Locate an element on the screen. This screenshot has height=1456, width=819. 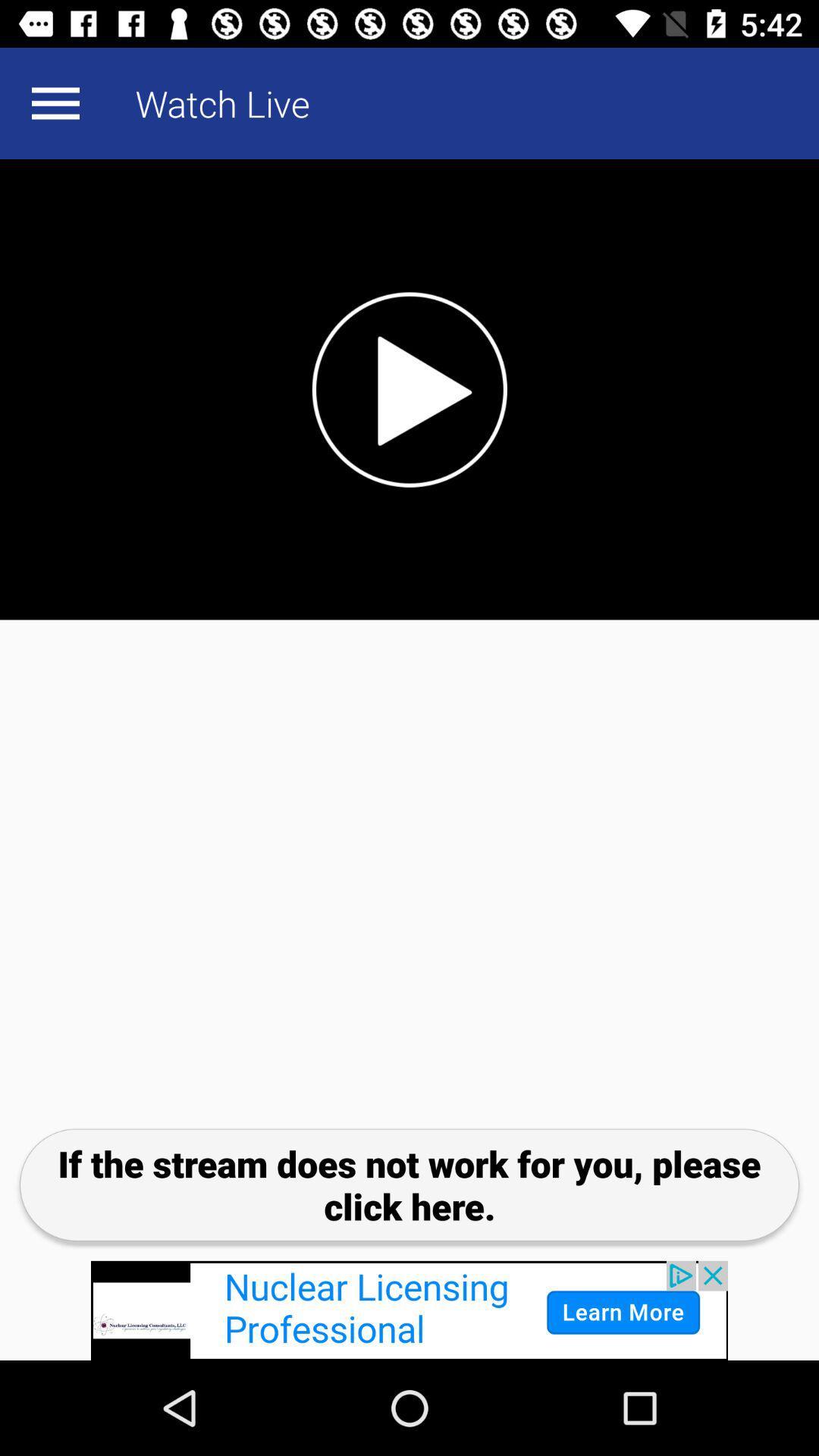
song is located at coordinates (409, 389).